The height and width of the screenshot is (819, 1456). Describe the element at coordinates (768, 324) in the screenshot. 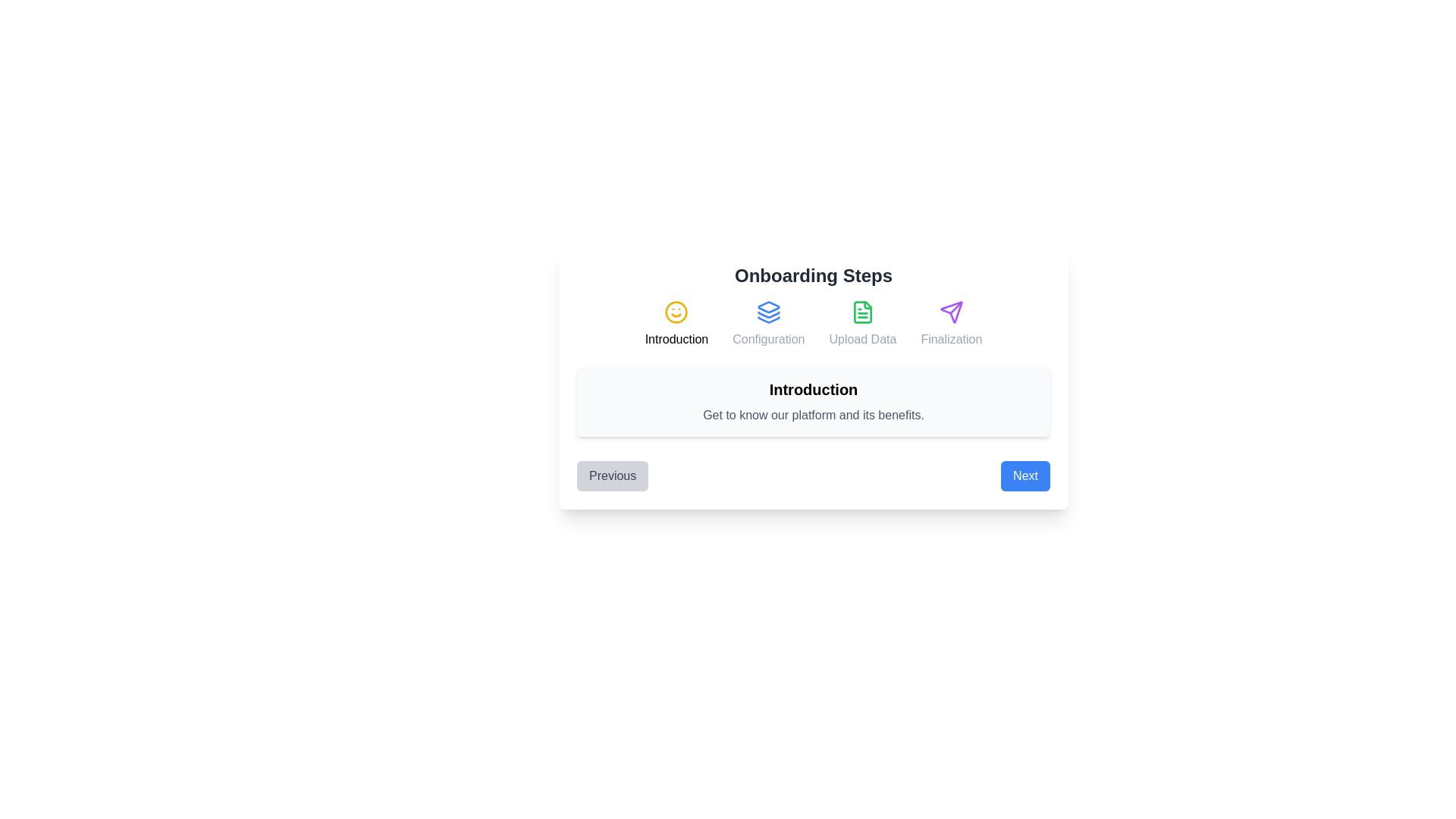

I see `the Navigation step indicator for 'Configuration' in the onboarding process` at that location.